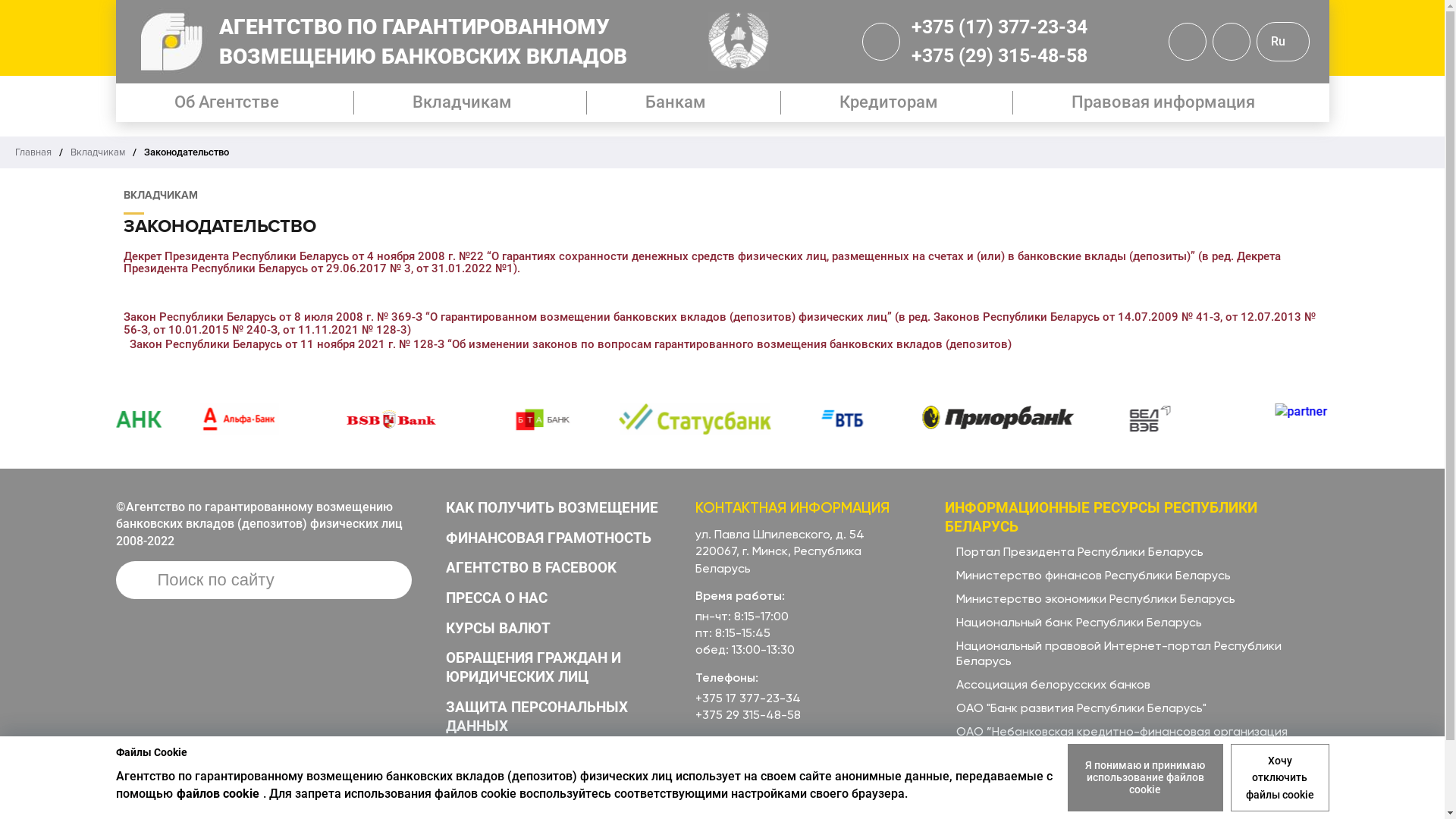 The height and width of the screenshot is (819, 1456). What do you see at coordinates (748, 714) in the screenshot?
I see `'+375 29 315-48-58'` at bounding box center [748, 714].